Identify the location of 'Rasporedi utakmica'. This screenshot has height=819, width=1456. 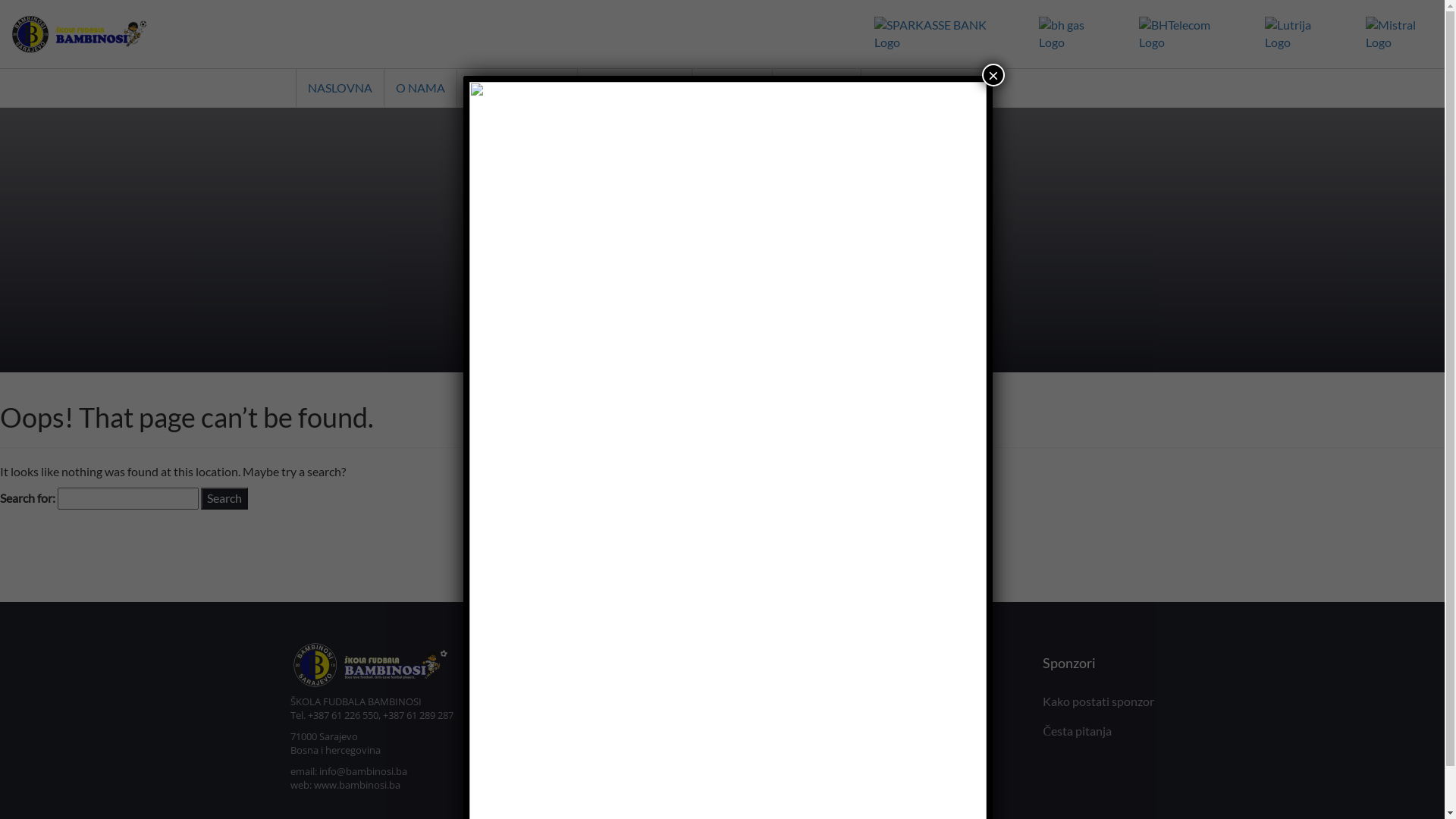
(666, 760).